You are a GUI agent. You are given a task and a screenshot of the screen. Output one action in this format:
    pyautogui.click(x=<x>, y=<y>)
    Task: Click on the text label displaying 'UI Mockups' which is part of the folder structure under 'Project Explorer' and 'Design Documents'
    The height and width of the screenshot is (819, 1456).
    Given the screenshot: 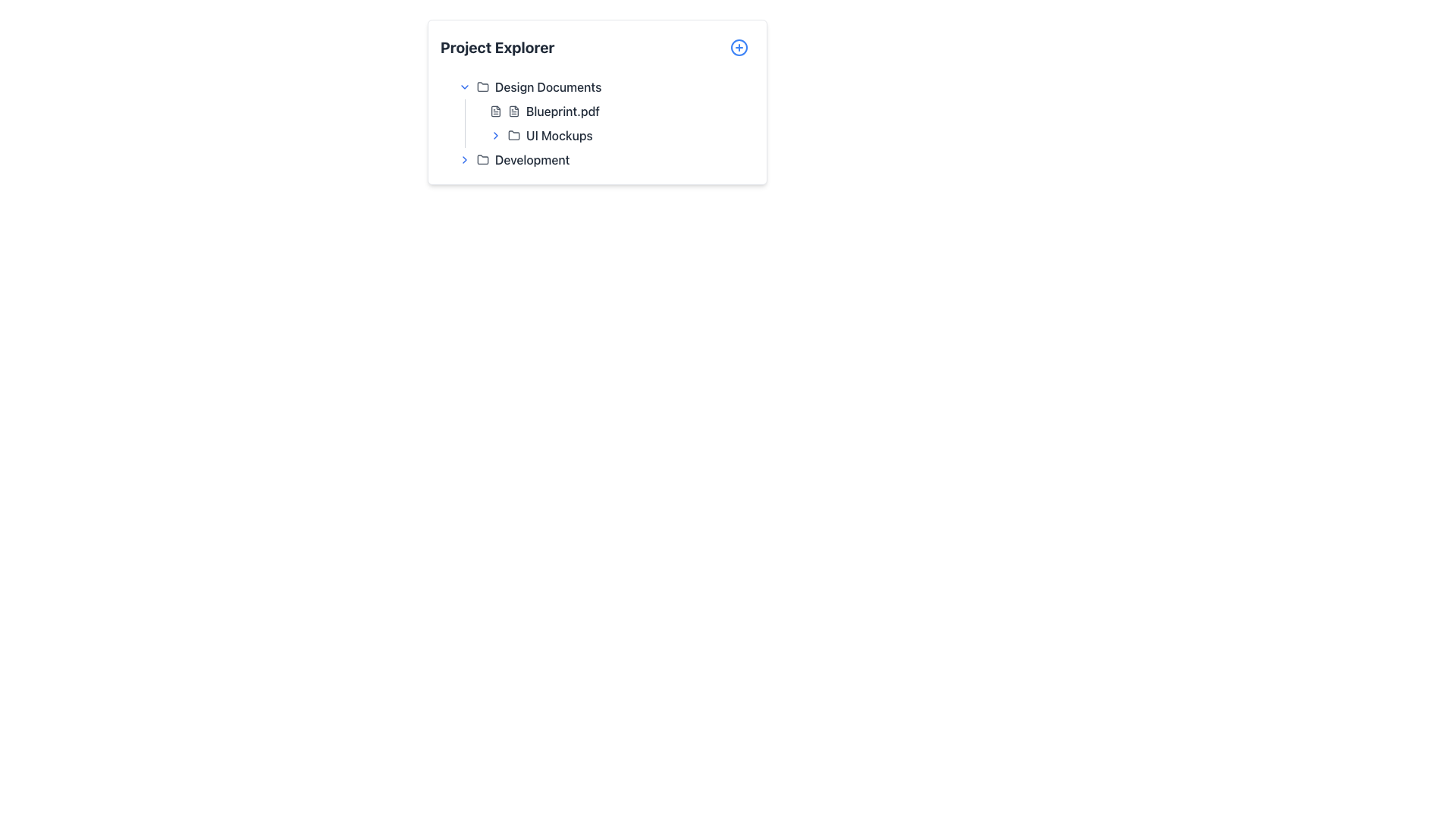 What is the action you would take?
    pyautogui.click(x=558, y=134)
    